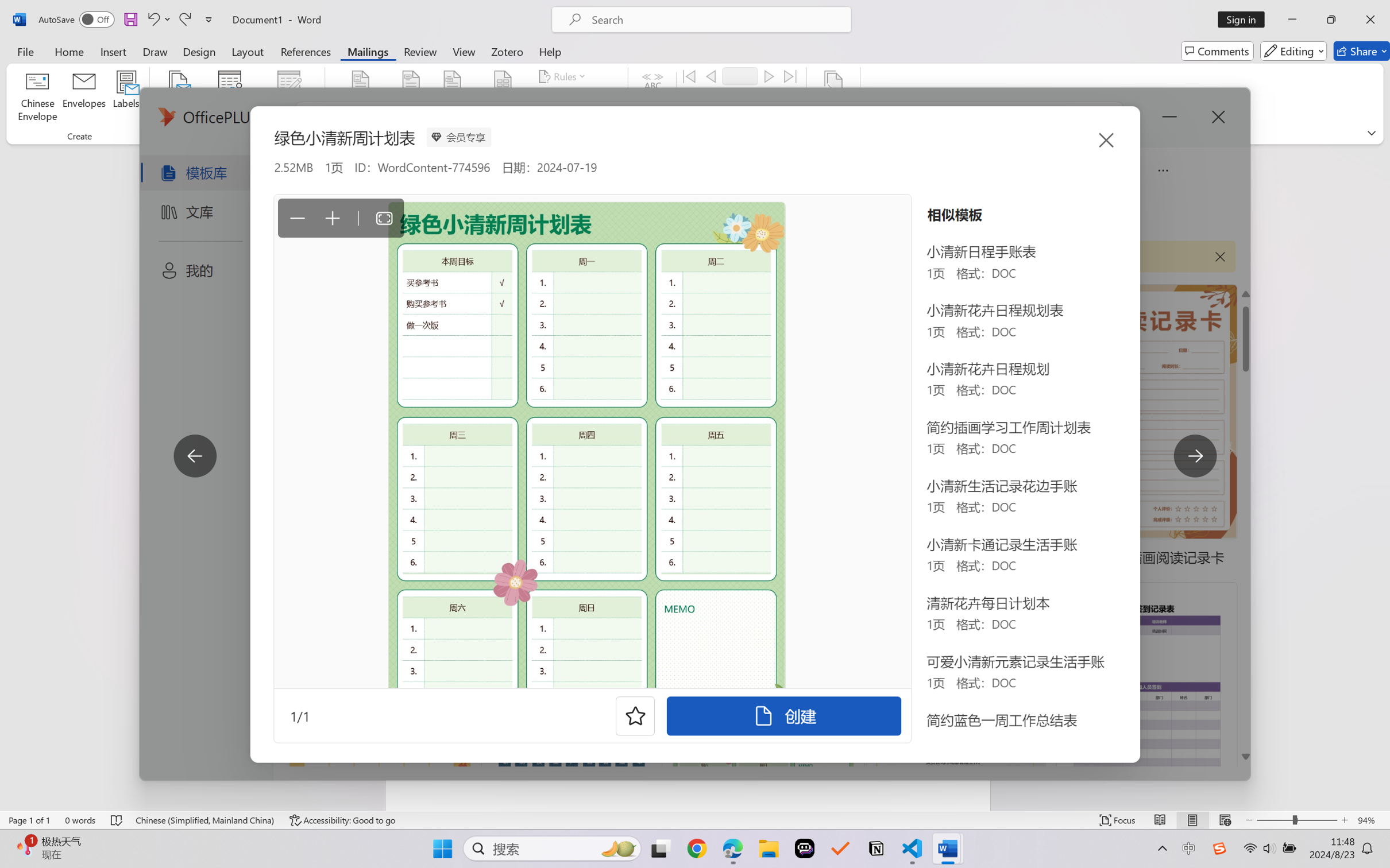 This screenshot has height=868, width=1390. Describe the element at coordinates (37, 98) in the screenshot. I see `'Chinese Envelope...'` at that location.